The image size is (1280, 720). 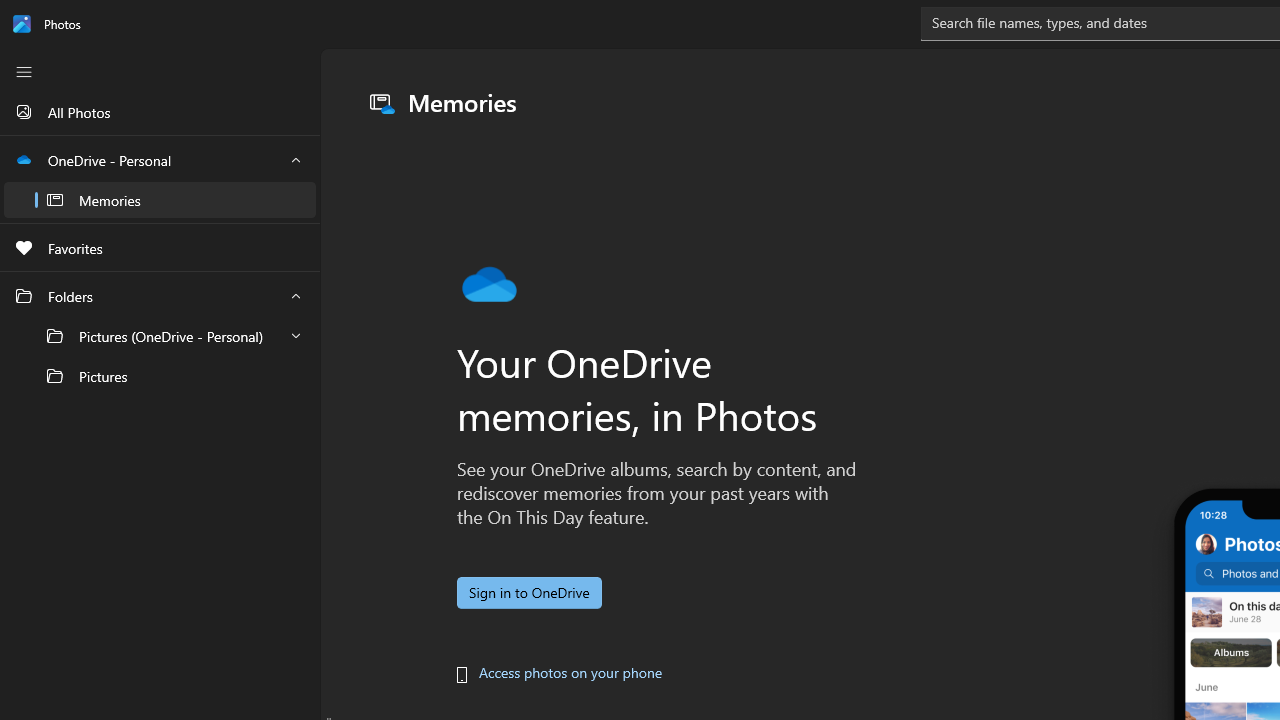 I want to click on 'Sign in to OneDrive', so click(x=529, y=591).